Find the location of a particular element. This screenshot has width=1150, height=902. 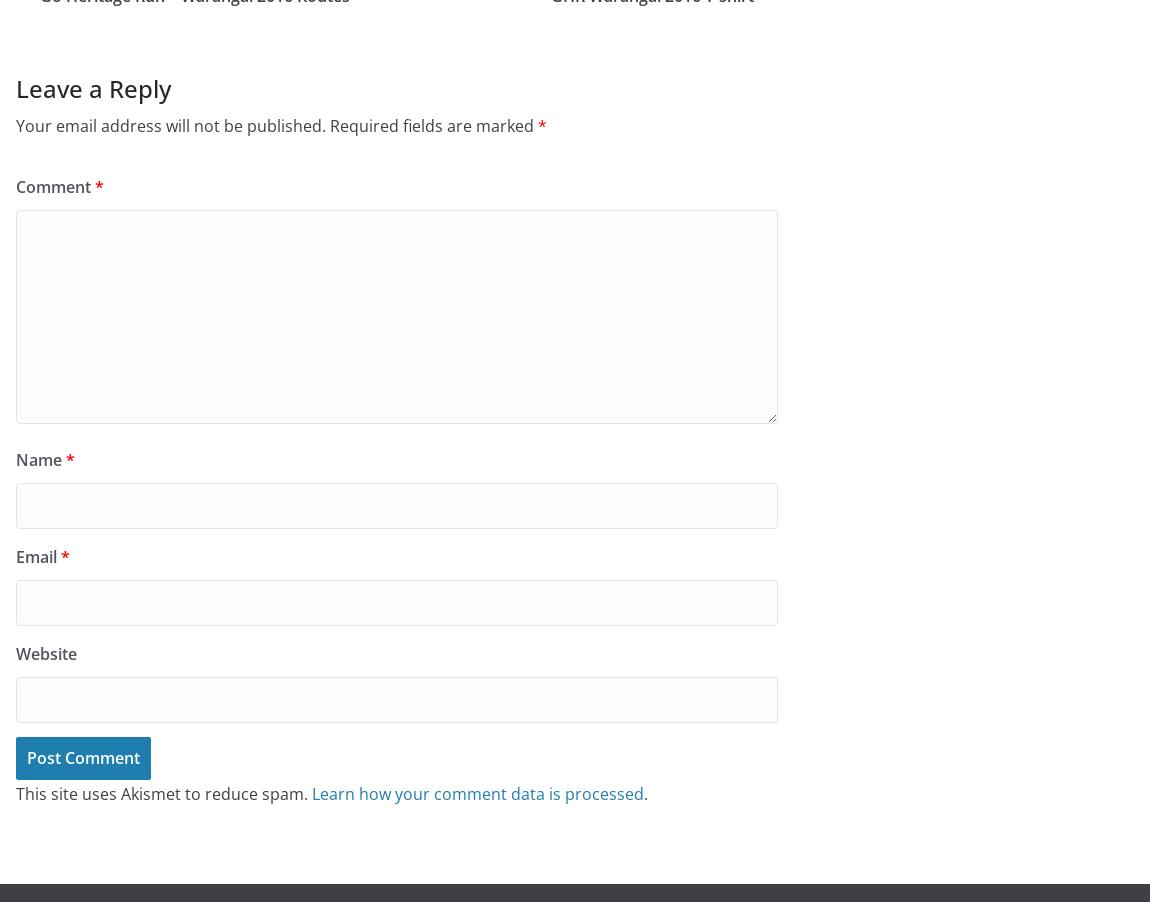

'Comment' is located at coordinates (54, 184).